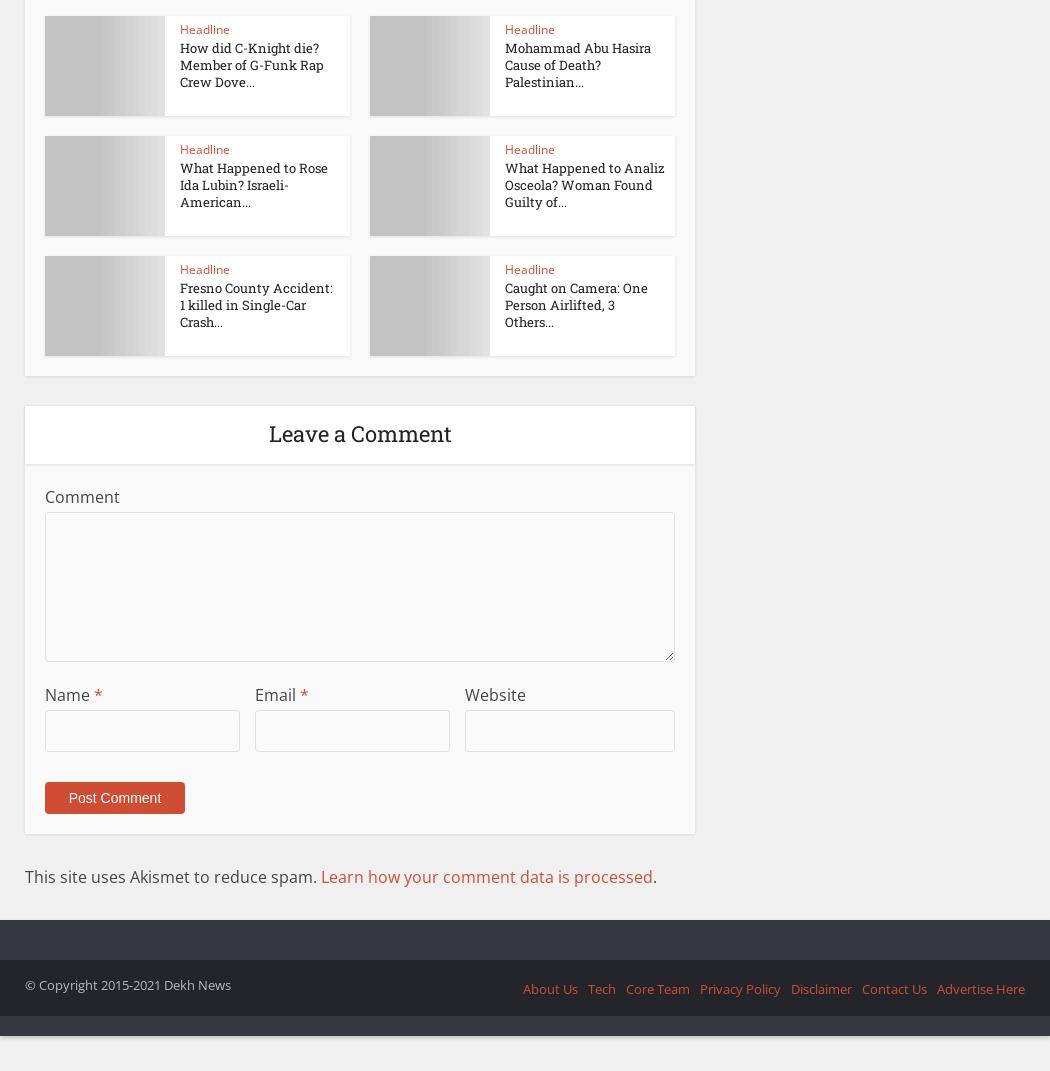 This screenshot has height=1071, width=1050. What do you see at coordinates (601, 987) in the screenshot?
I see `'Tech'` at bounding box center [601, 987].